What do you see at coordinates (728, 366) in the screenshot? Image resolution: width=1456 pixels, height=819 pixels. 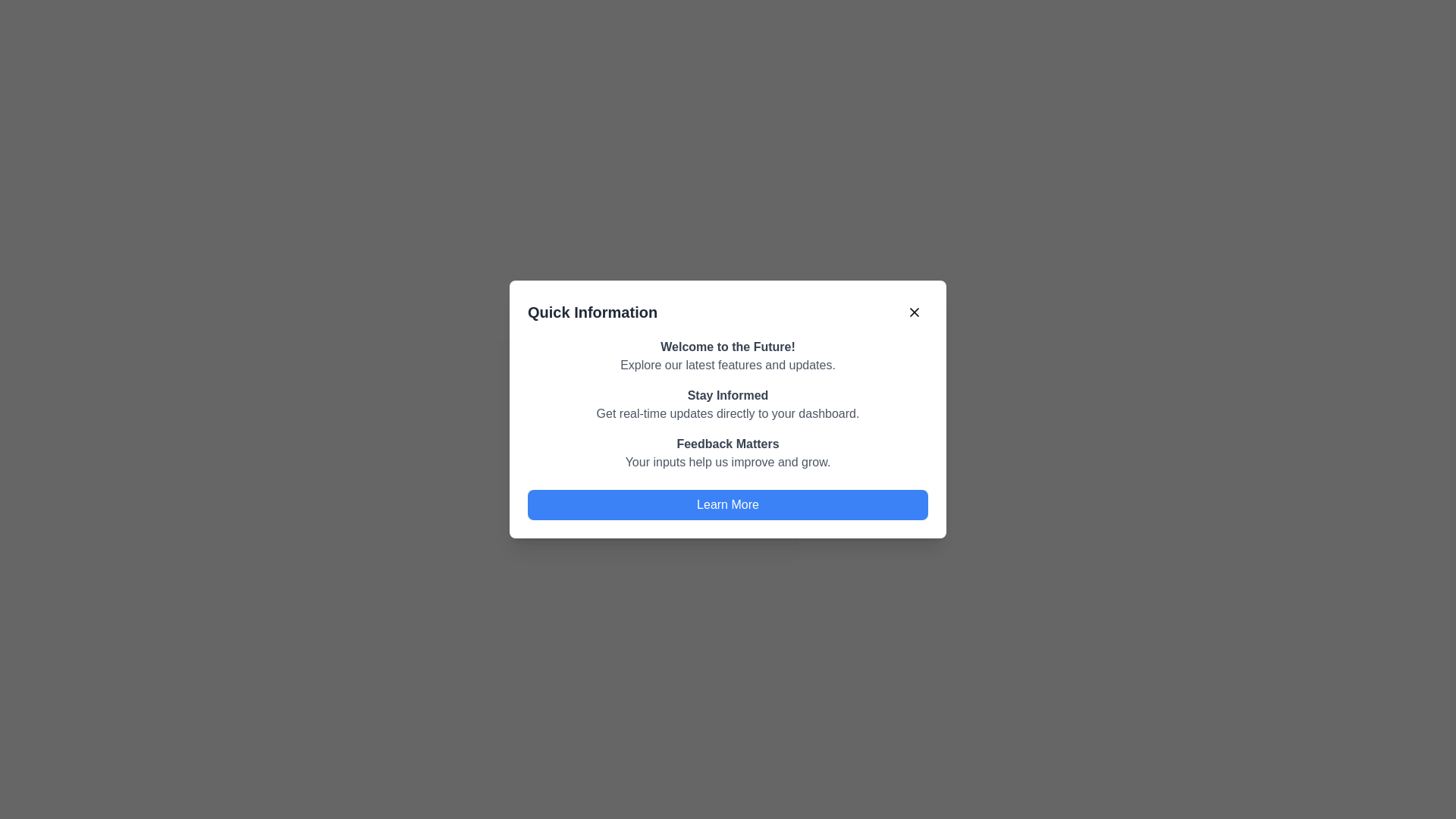 I see `the line of gray text reading 'Explore our latest features and updates.' which is positioned directly beneath the bold heading 'Welcome to the Future!' in the dialog box` at bounding box center [728, 366].